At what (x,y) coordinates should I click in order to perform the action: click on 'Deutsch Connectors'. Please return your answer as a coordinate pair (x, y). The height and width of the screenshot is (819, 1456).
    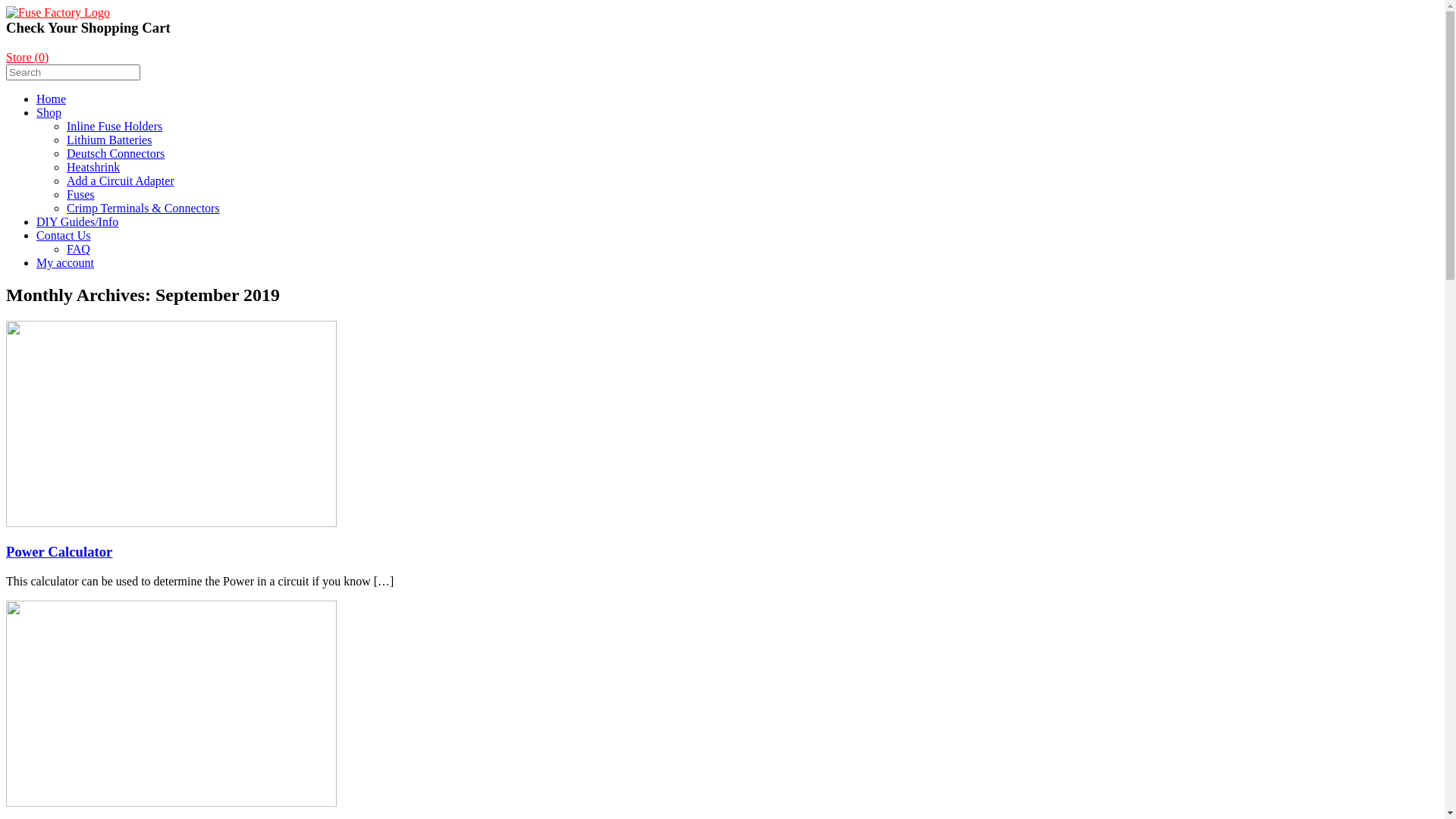
    Looking at the image, I should click on (65, 153).